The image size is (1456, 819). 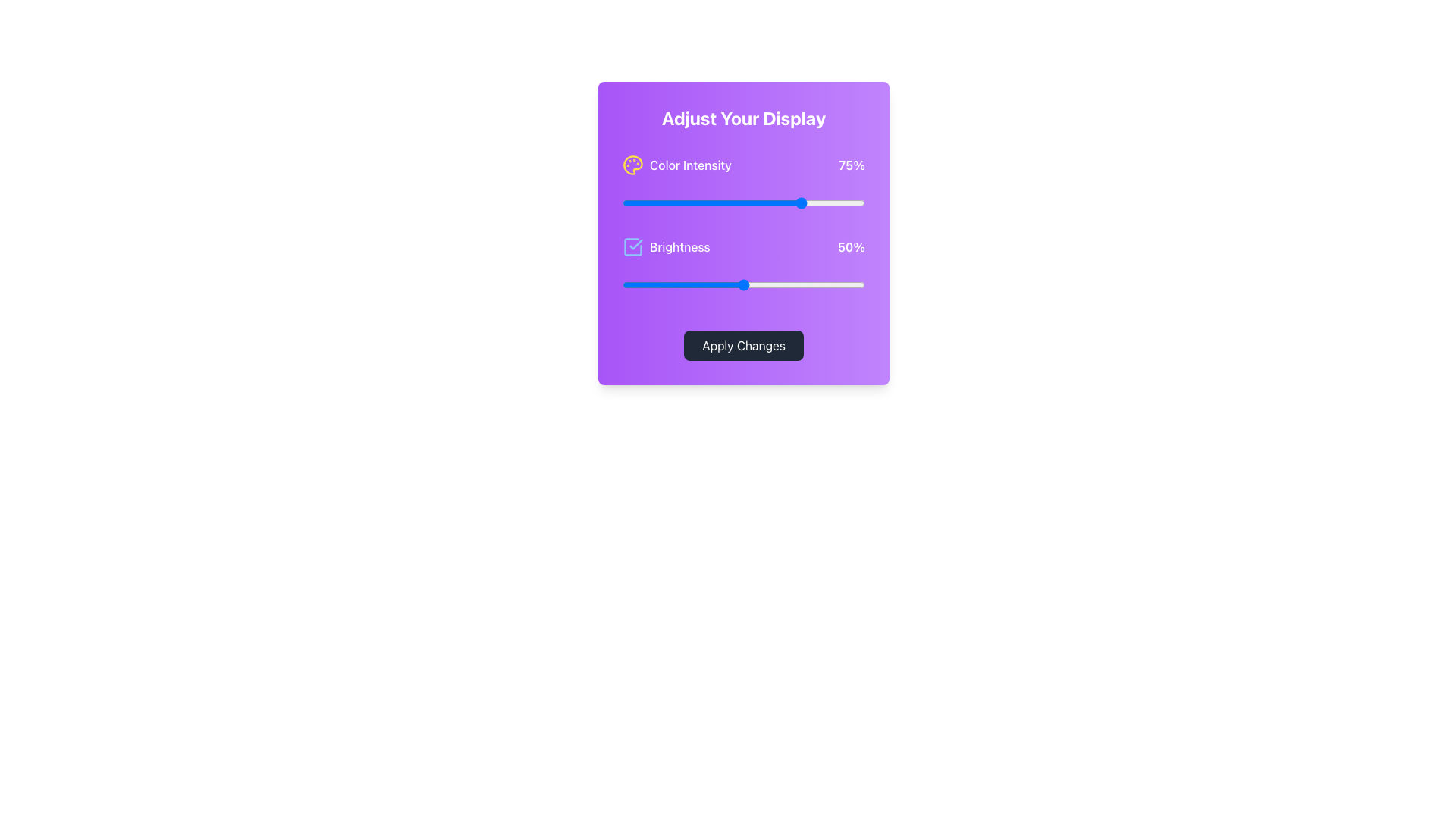 I want to click on the confirm button located at the bottom center of the purple card interface to apply changes to the settings for color intensity and brightness, so click(x=743, y=345).